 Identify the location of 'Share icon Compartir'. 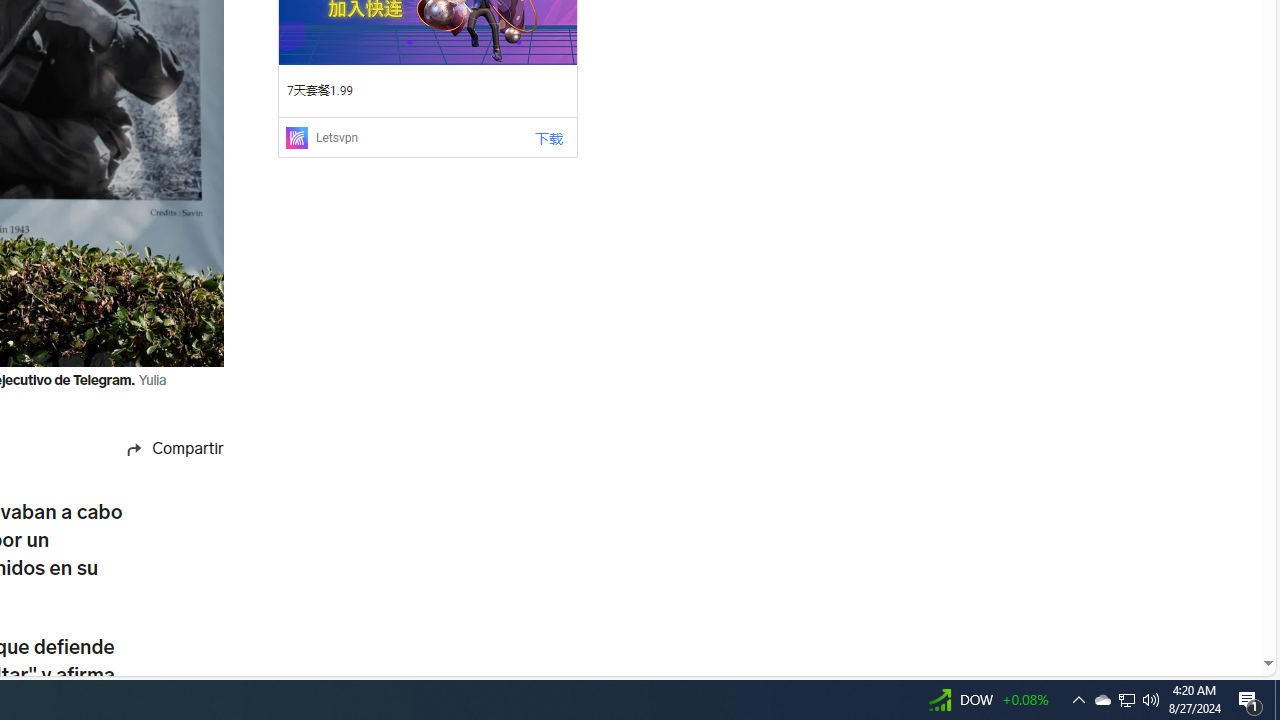
(152, 448).